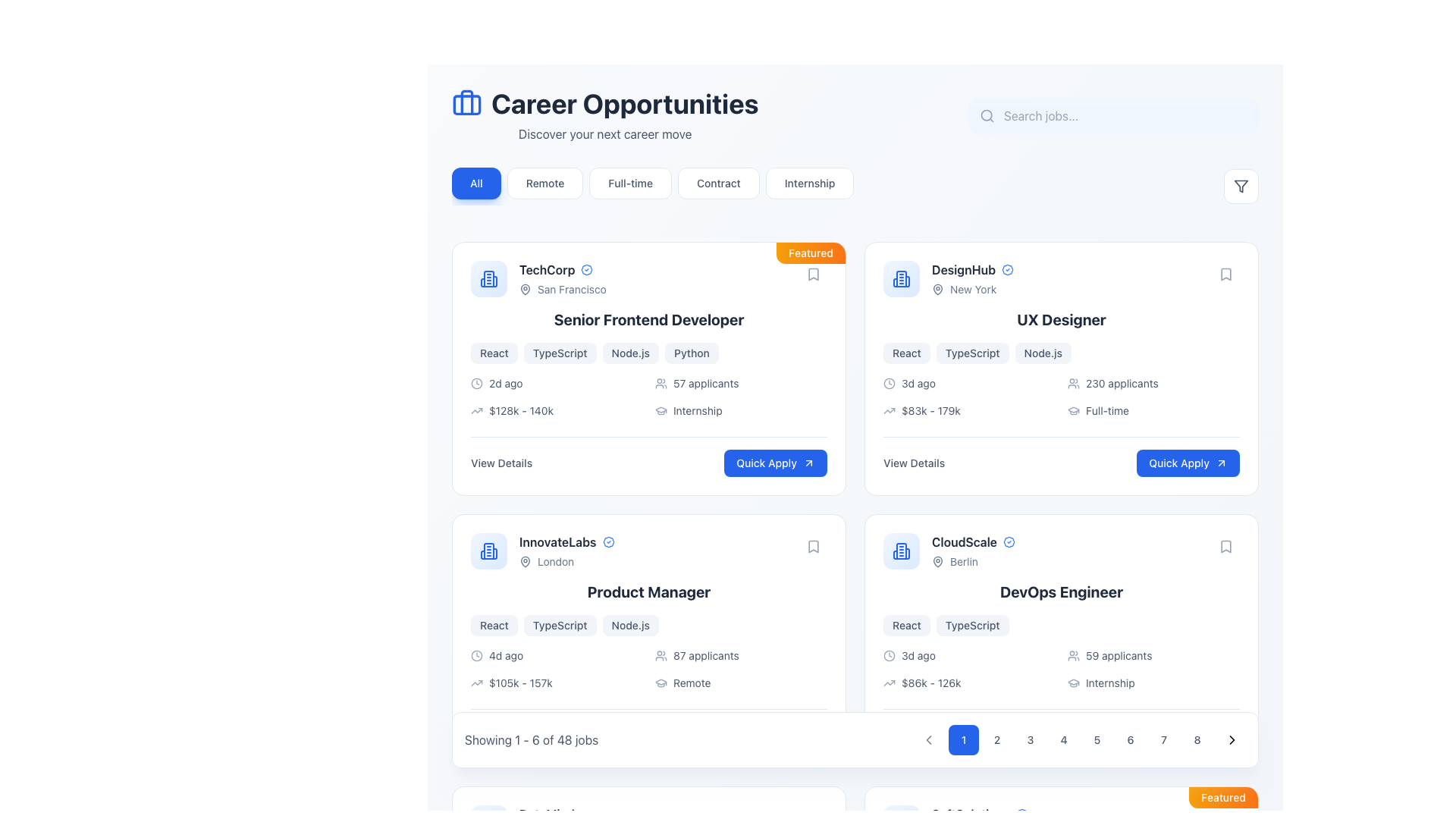 The height and width of the screenshot is (819, 1456). What do you see at coordinates (810, 253) in the screenshot?
I see `the non-interactive badge marking the job listing for 'Senior Frontend Developer' at 'TechCorp, San Francisco'` at bounding box center [810, 253].